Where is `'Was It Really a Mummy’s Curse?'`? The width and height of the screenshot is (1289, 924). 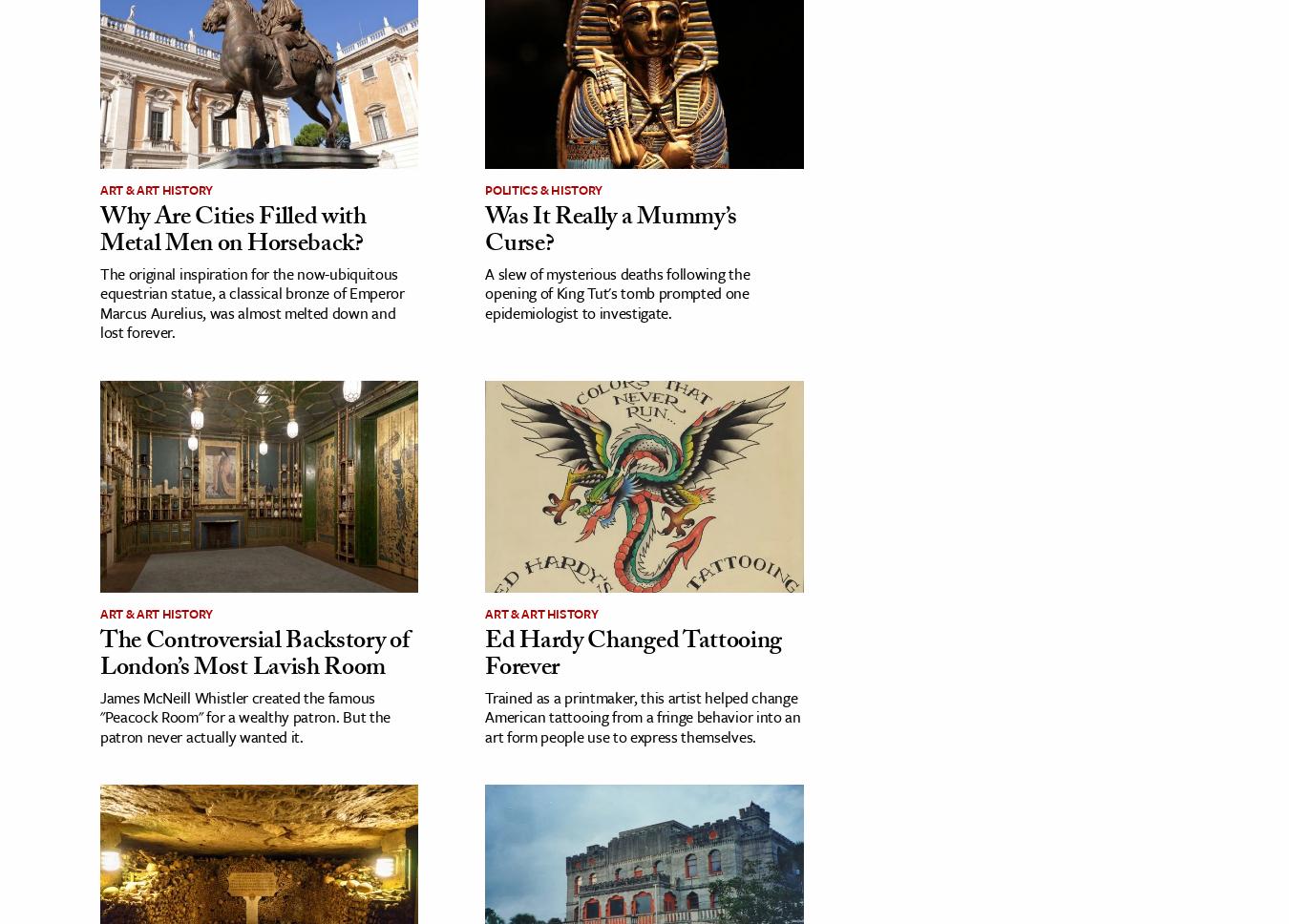 'Was It Really a Mummy’s Curse?' is located at coordinates (484, 232).